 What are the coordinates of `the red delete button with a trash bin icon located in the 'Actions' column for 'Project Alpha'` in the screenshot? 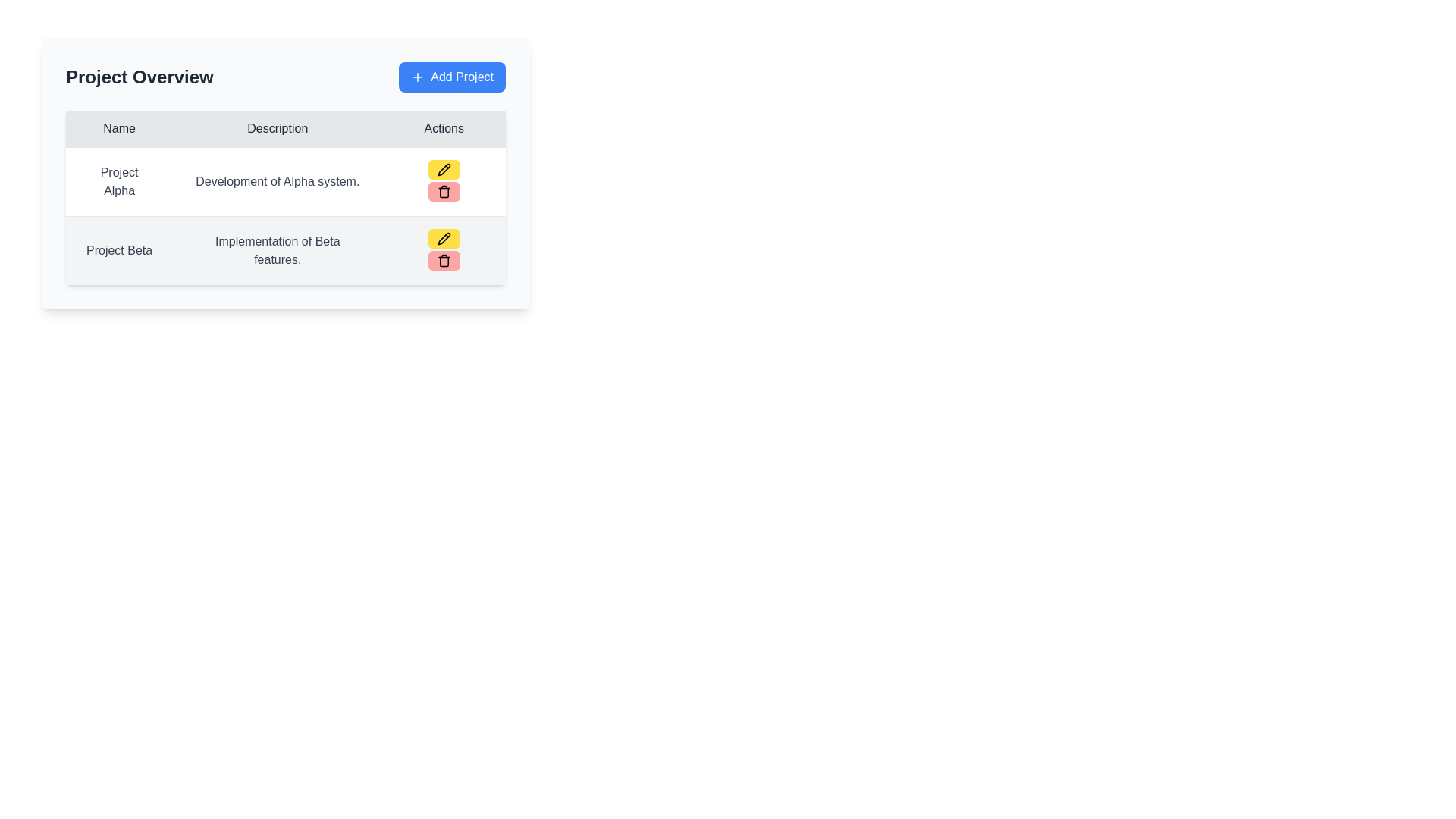 It's located at (443, 191).